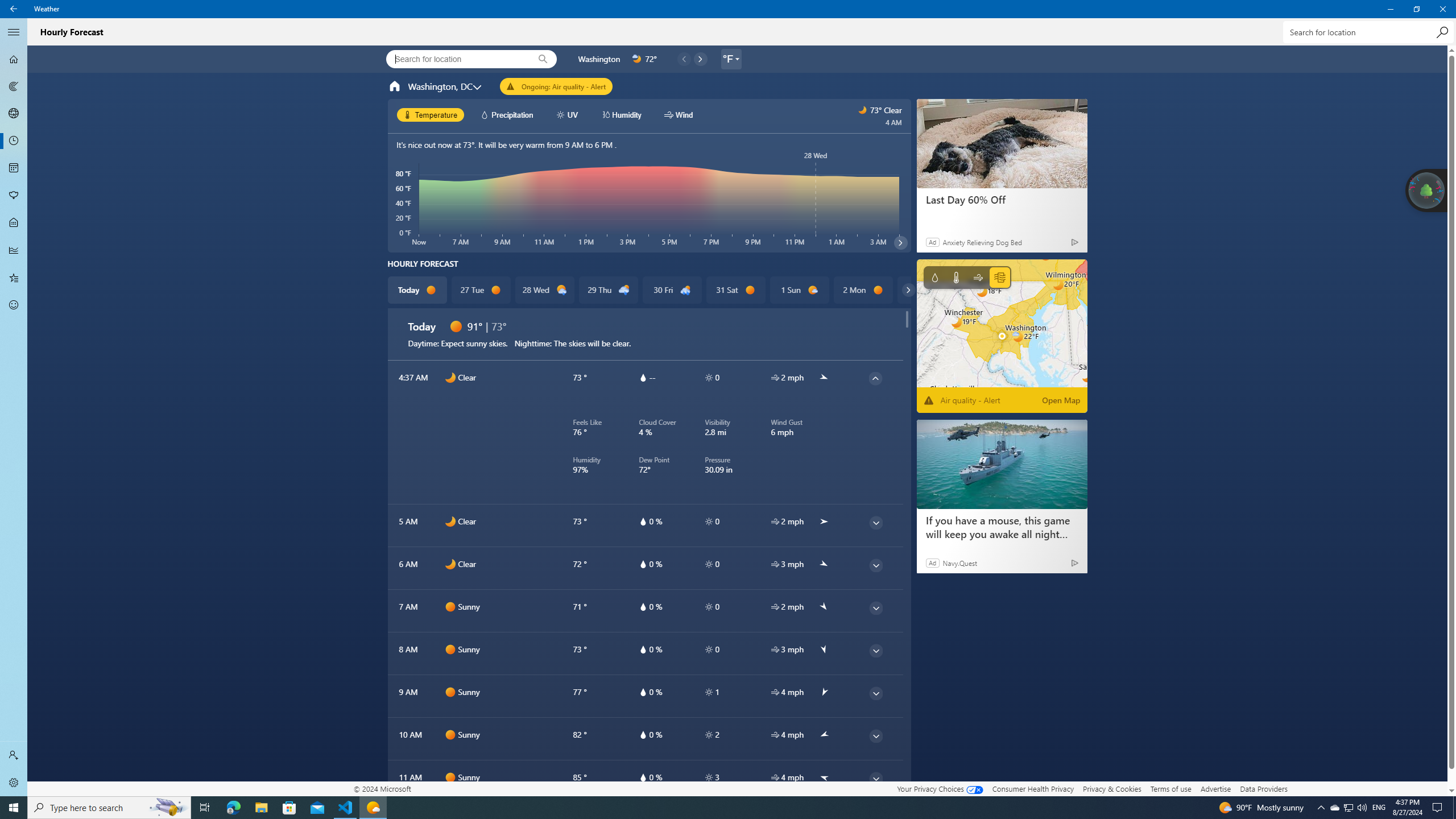 The image size is (1456, 819). Describe the element at coordinates (289, 806) in the screenshot. I see `'Microsoft Store'` at that location.